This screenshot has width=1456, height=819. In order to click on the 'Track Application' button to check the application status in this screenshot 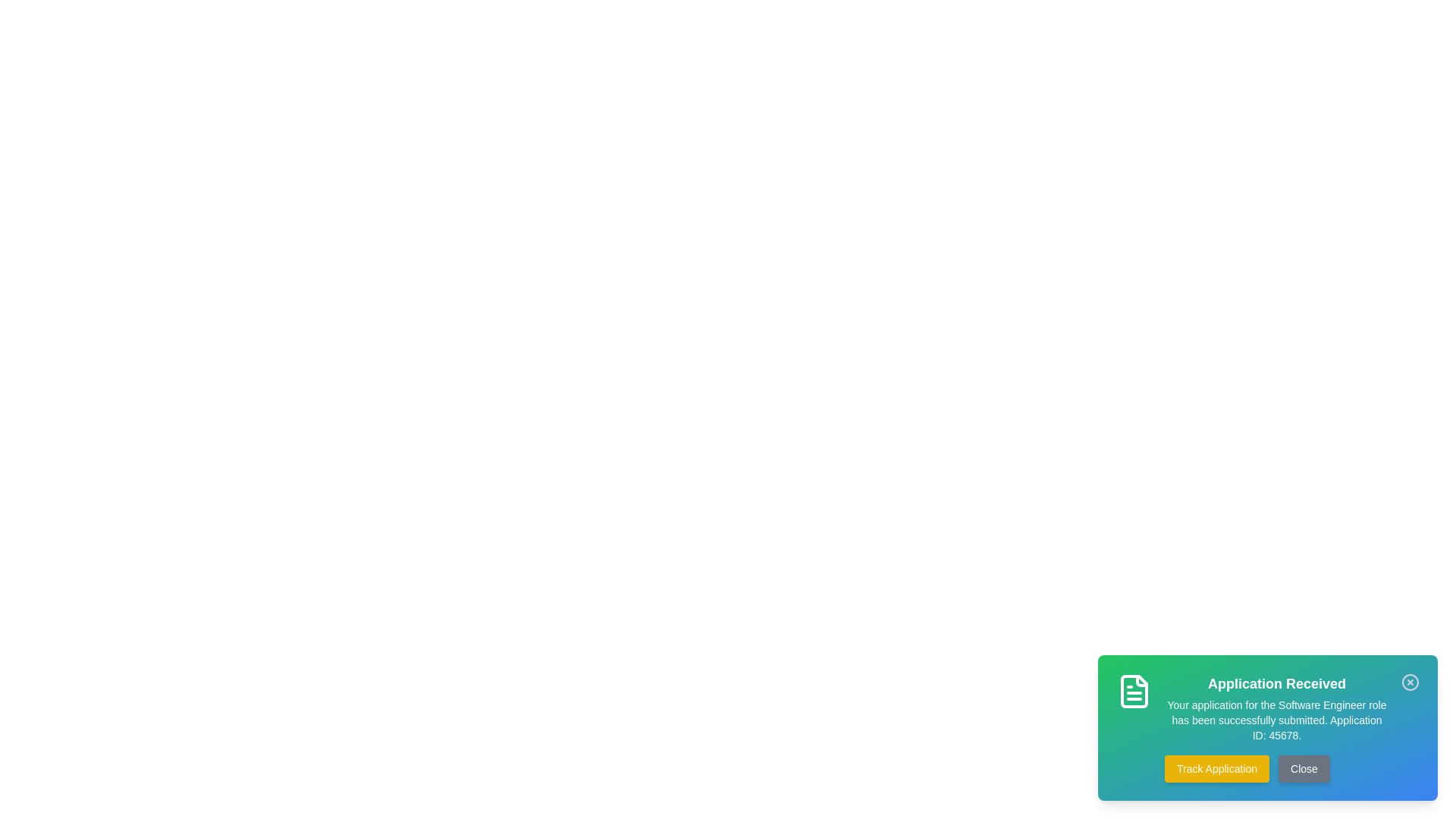, I will do `click(1216, 769)`.